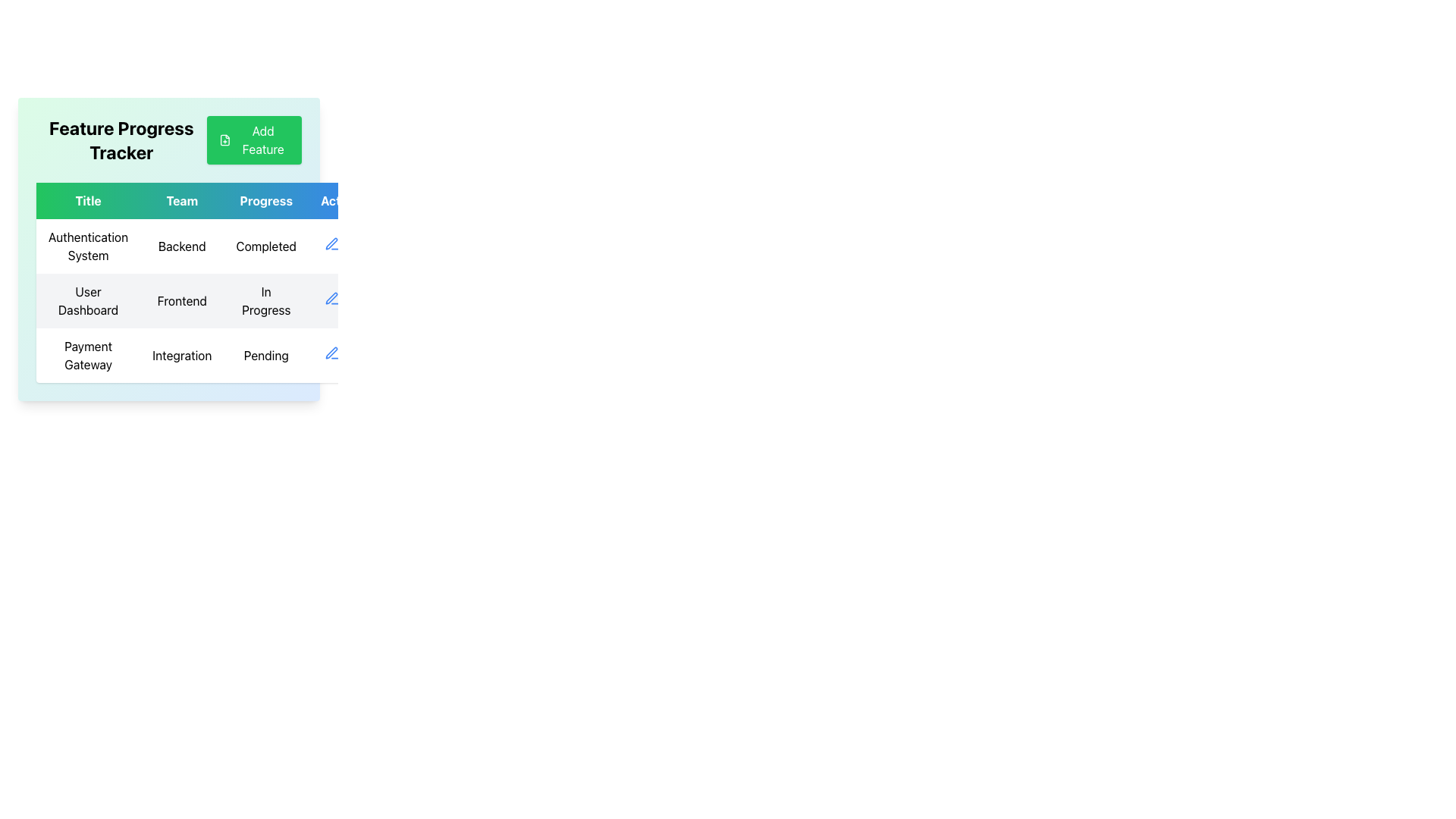  I want to click on the static Text Label in the second row of the table under the 'Team' column, which provides information about the associated team, so click(182, 301).